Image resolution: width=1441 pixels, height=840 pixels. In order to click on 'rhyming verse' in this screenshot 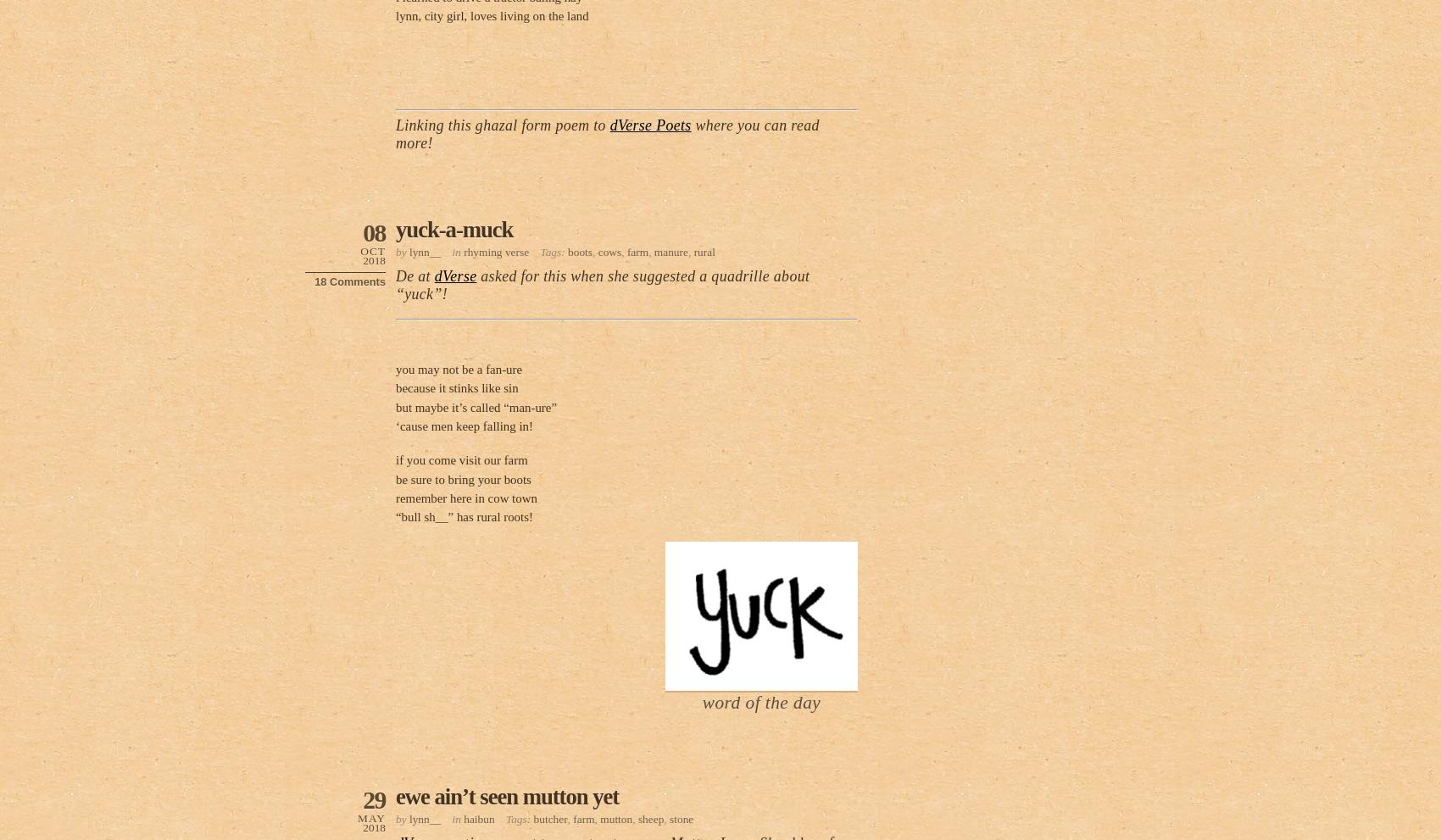, I will do `click(495, 250)`.